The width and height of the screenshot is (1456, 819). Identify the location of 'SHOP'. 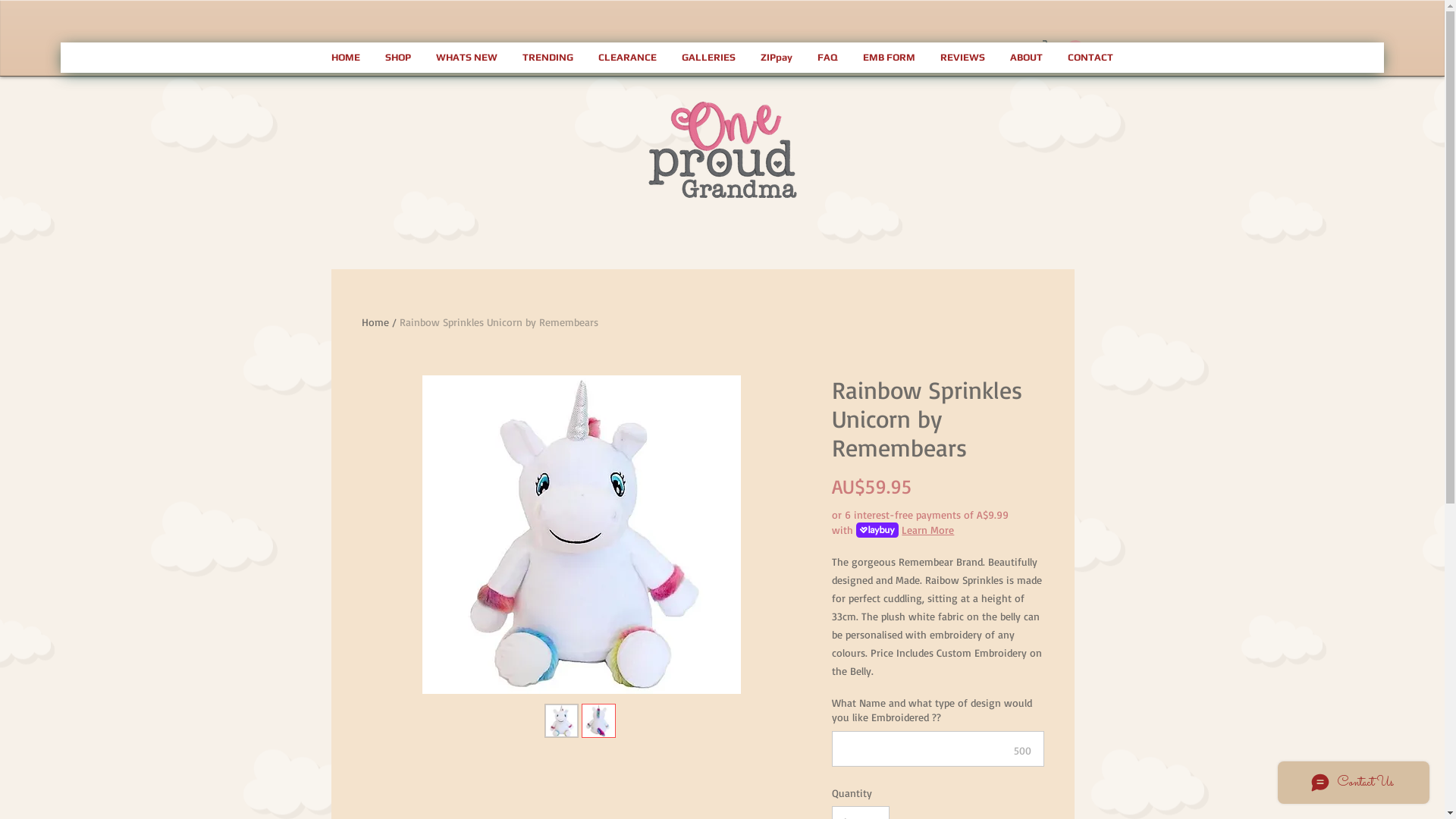
(372, 57).